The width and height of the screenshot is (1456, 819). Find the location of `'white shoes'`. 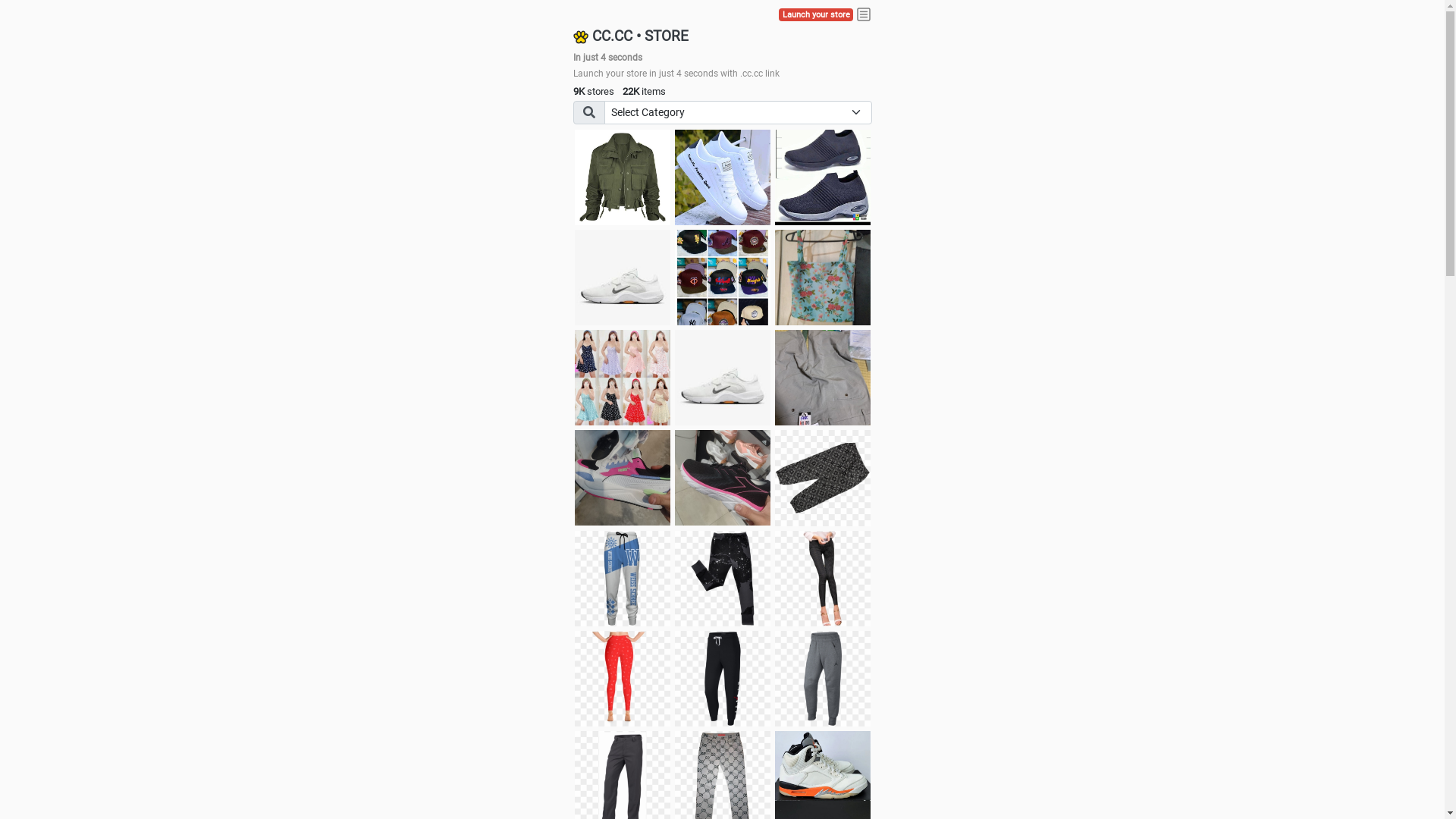

'white shoes' is located at coordinates (673, 177).